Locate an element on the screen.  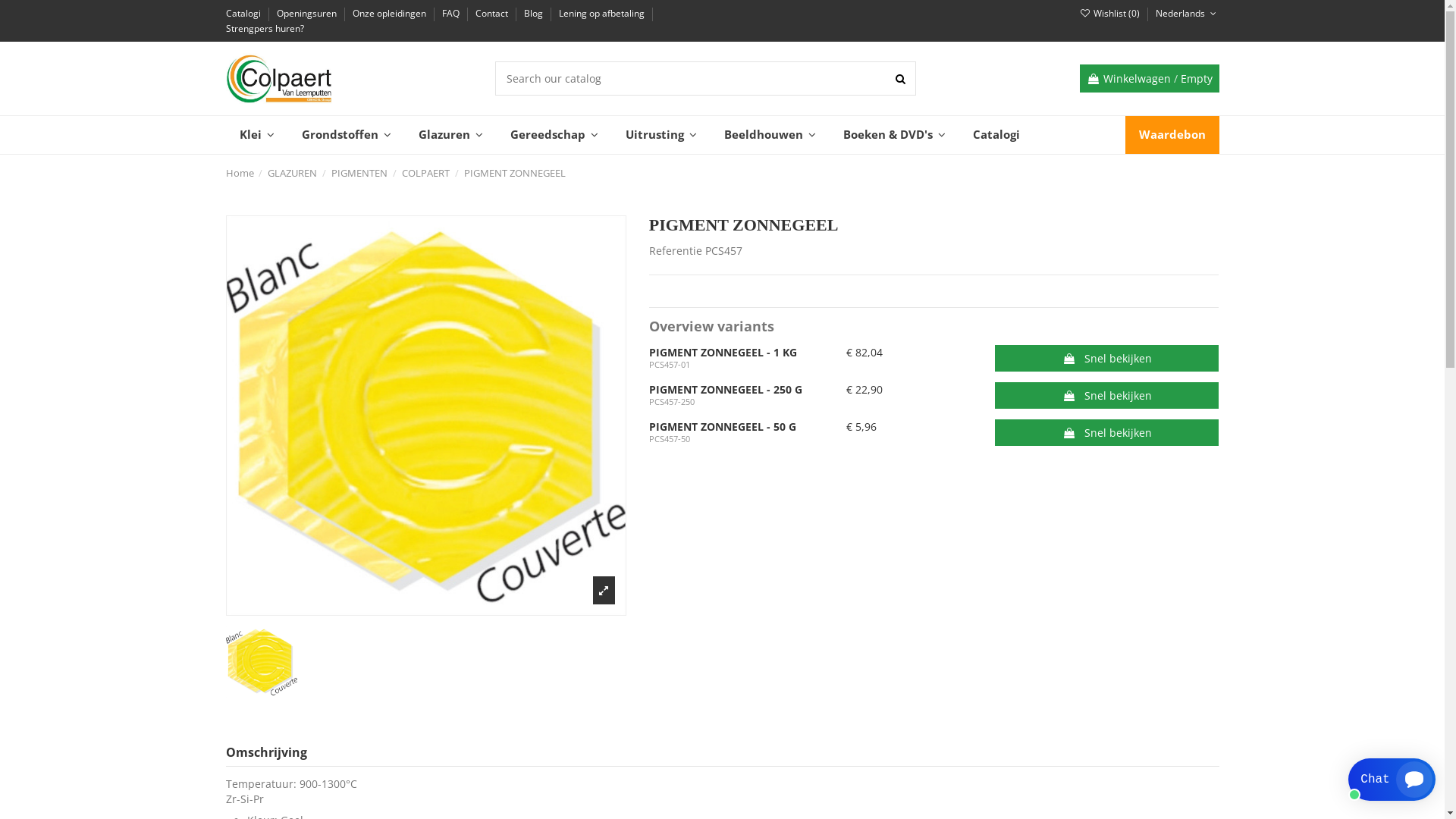
'Blog' is located at coordinates (534, 13).